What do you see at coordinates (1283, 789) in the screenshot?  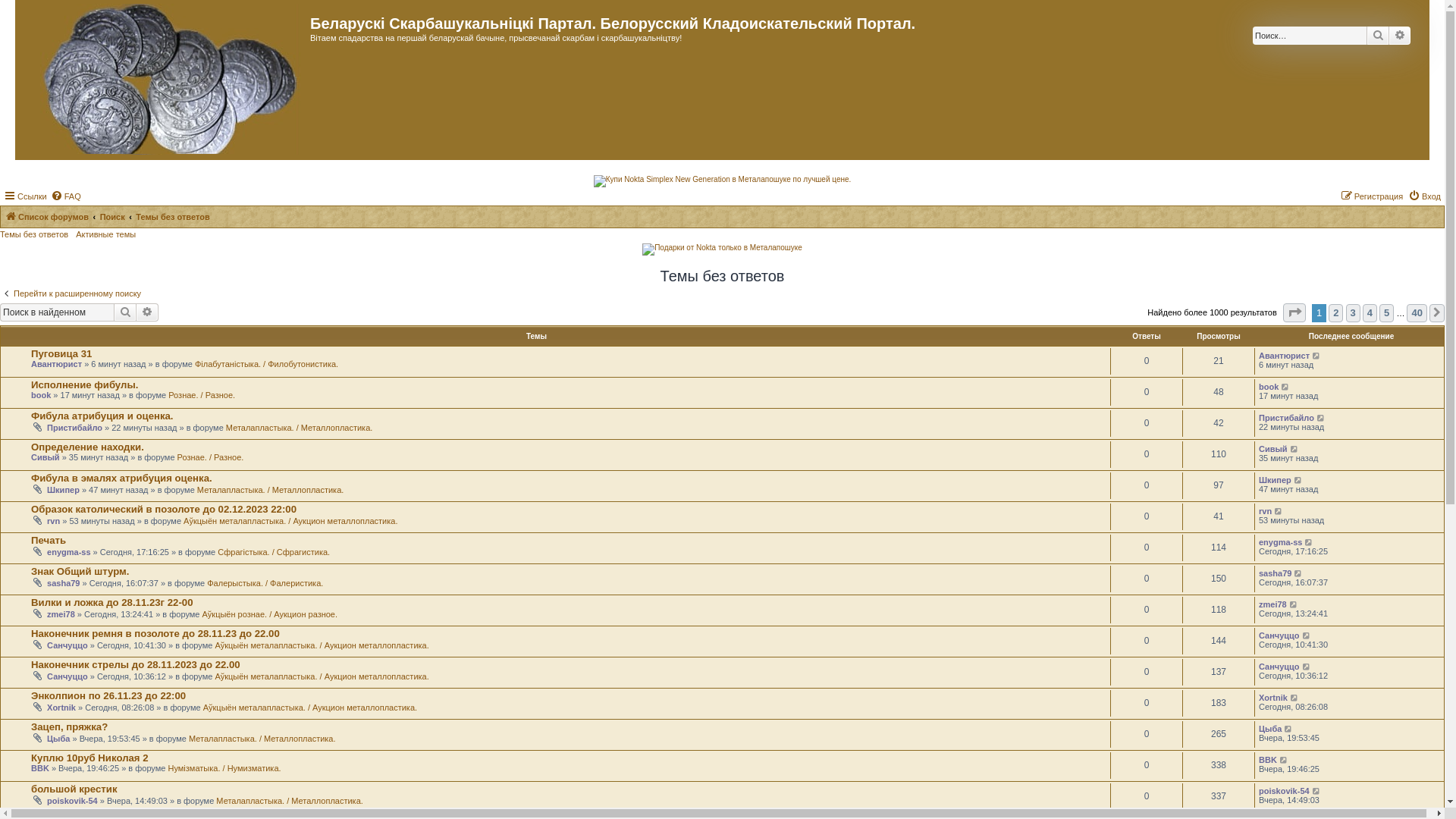 I see `'poiskovik-54'` at bounding box center [1283, 789].